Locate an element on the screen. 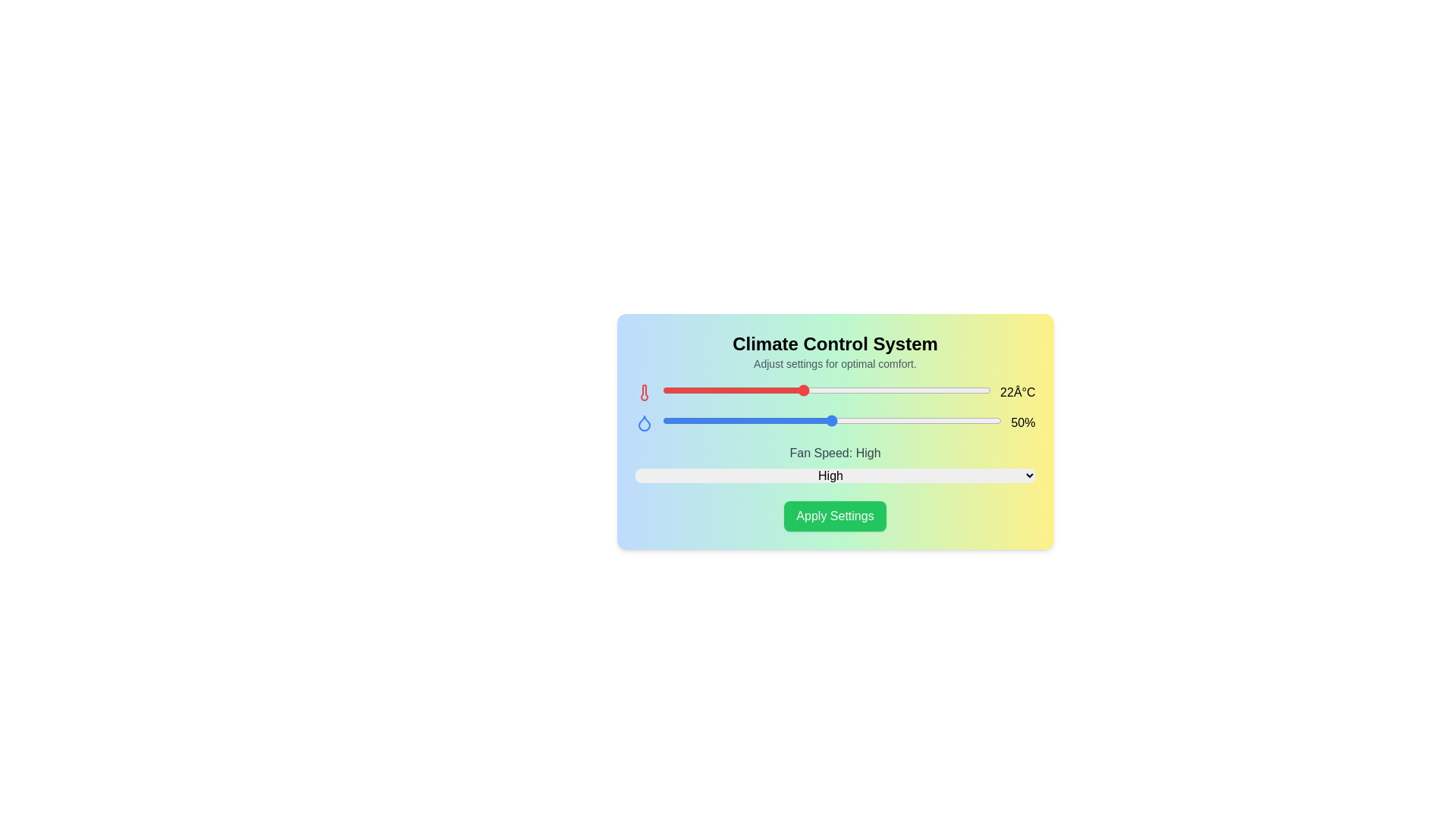  the humidity slider to 41% is located at coordinates (755, 421).